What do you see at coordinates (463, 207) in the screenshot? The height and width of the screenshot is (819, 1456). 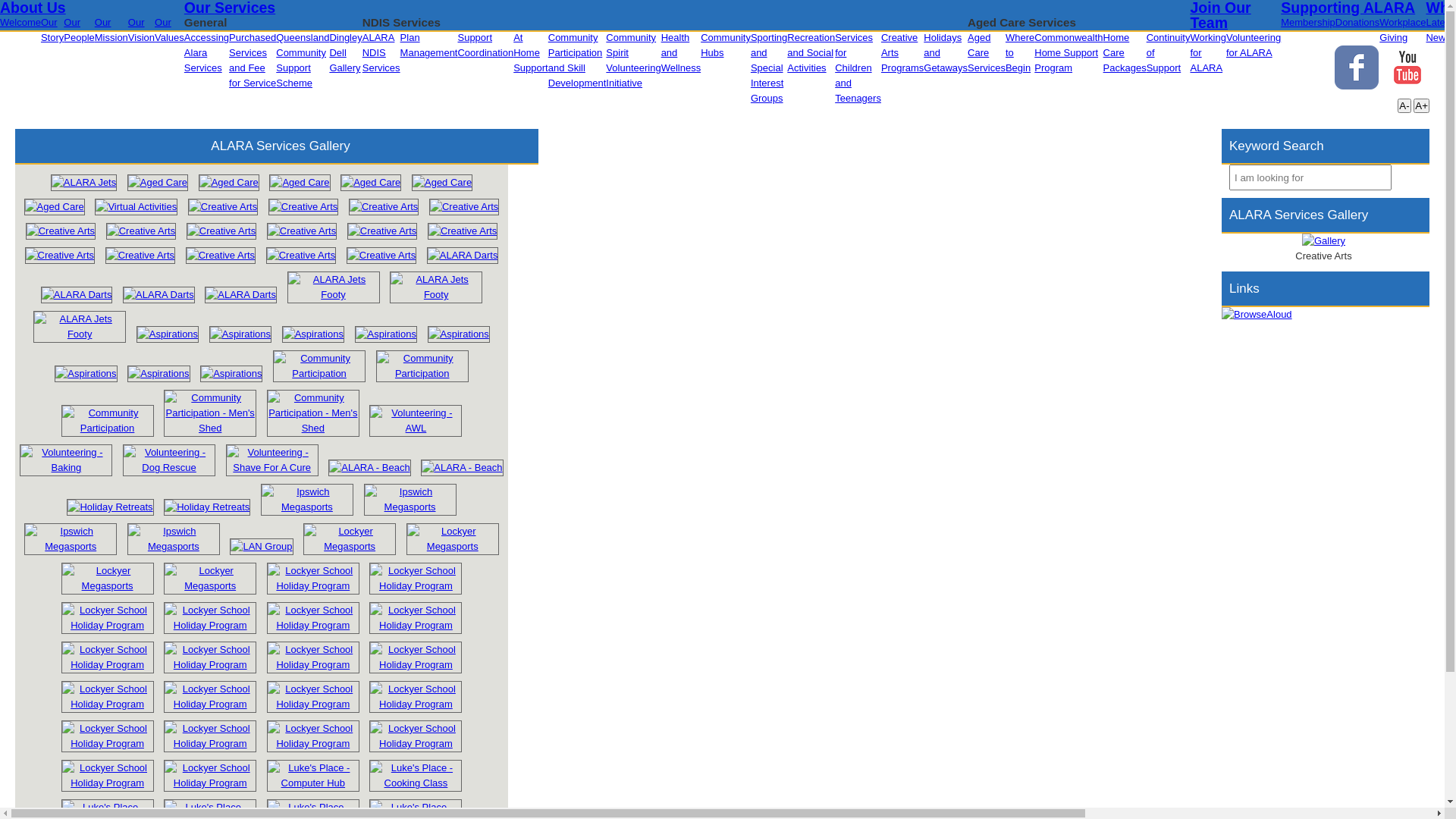 I see `'Creative Arts'` at bounding box center [463, 207].